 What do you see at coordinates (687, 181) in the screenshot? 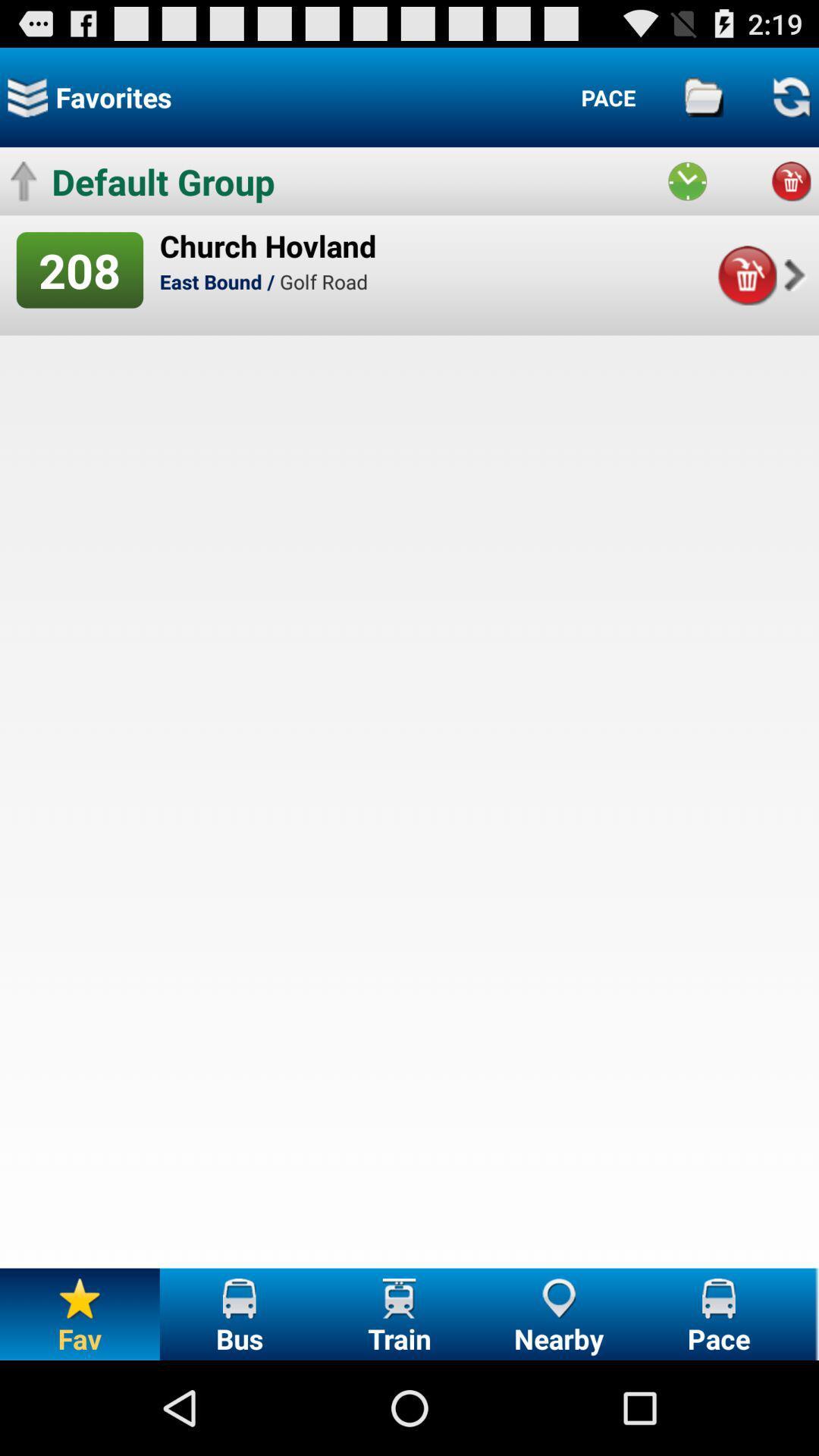
I see `check time` at bounding box center [687, 181].